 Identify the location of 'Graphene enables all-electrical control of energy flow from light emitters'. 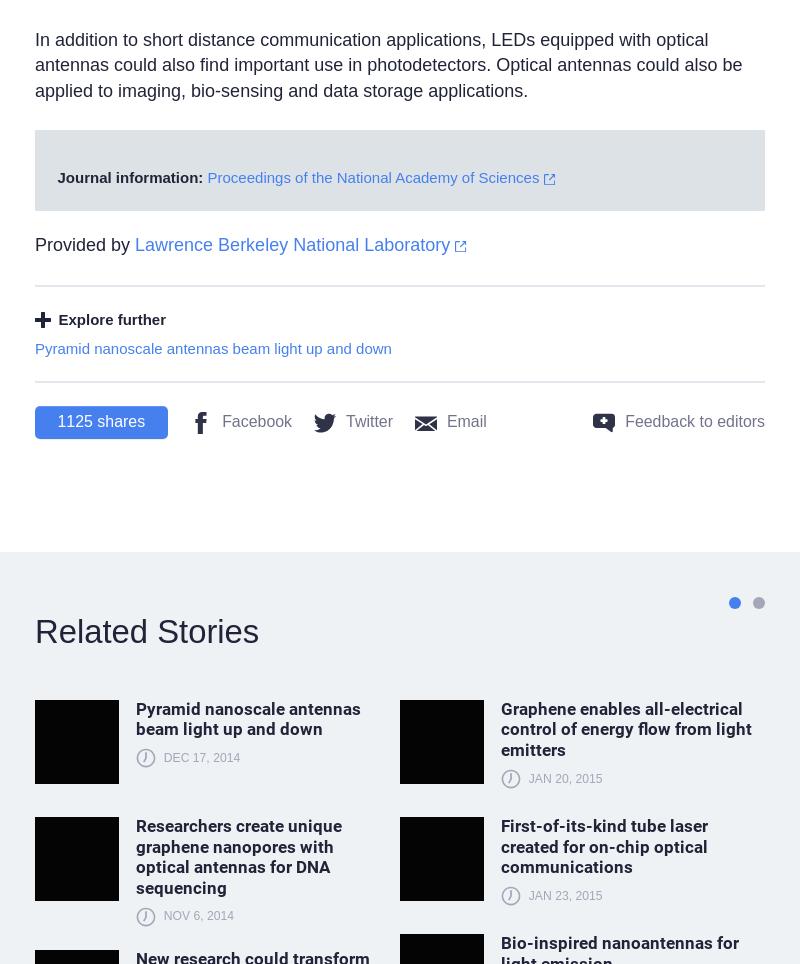
(626, 727).